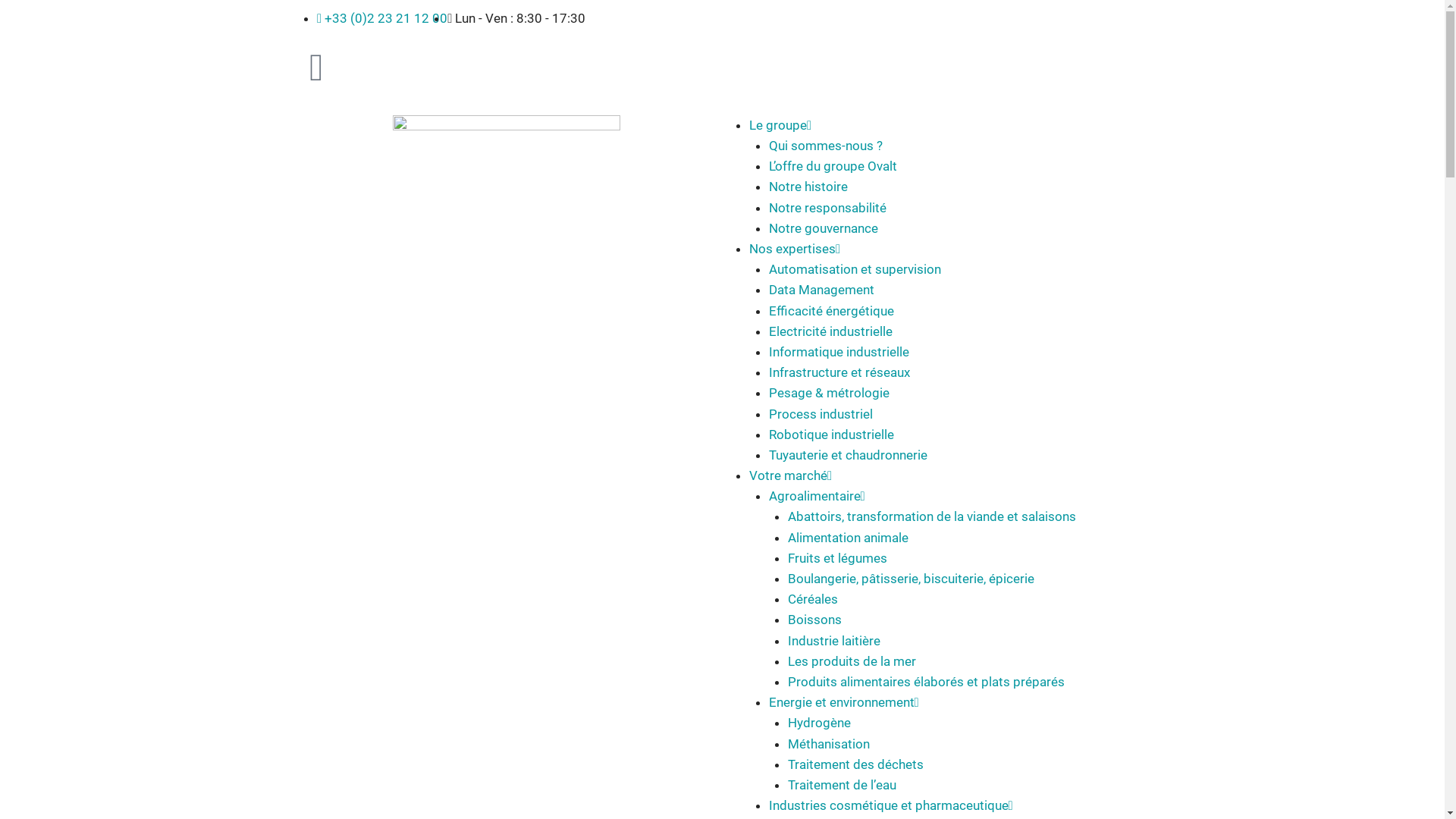 Image resolution: width=1456 pixels, height=819 pixels. Describe the element at coordinates (382, 17) in the screenshot. I see `'+33 (0)2 23 21 12 00'` at that location.